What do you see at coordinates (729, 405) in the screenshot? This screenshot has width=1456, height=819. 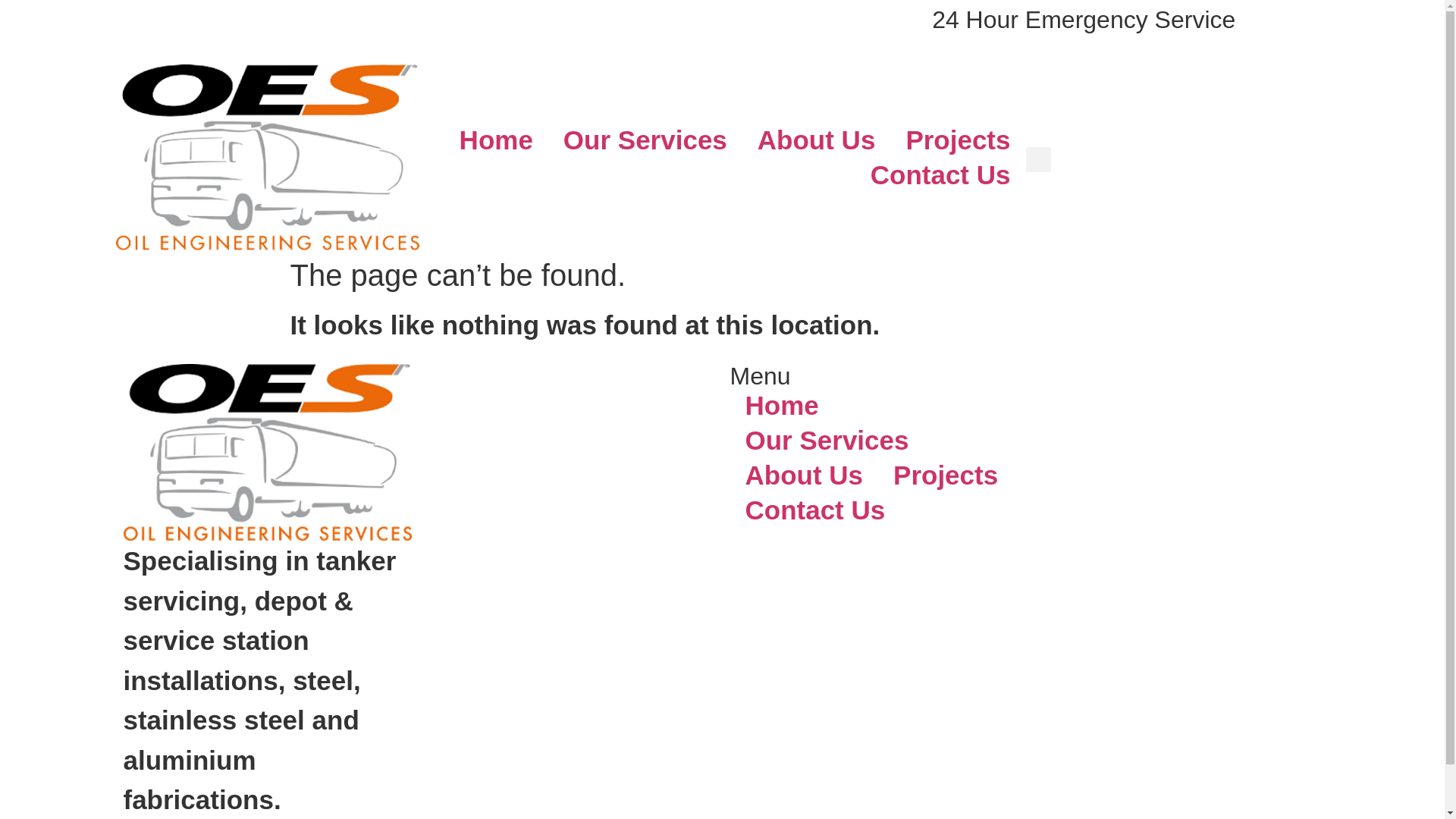 I see `'Home'` at bounding box center [729, 405].